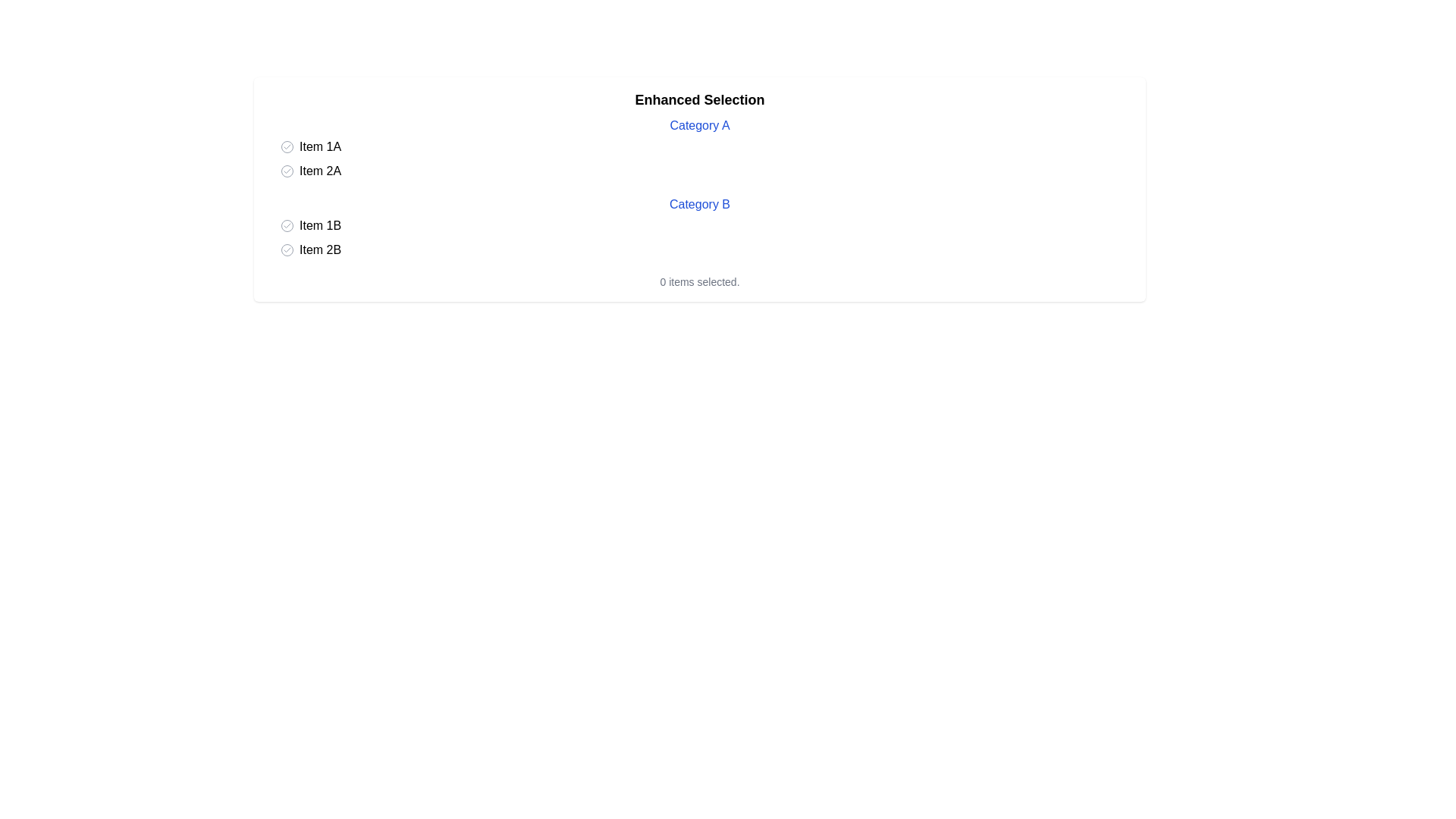 The height and width of the screenshot is (819, 1456). I want to click on the selectable list item labeled 'Item 1B' under 'Category B', so click(705, 225).